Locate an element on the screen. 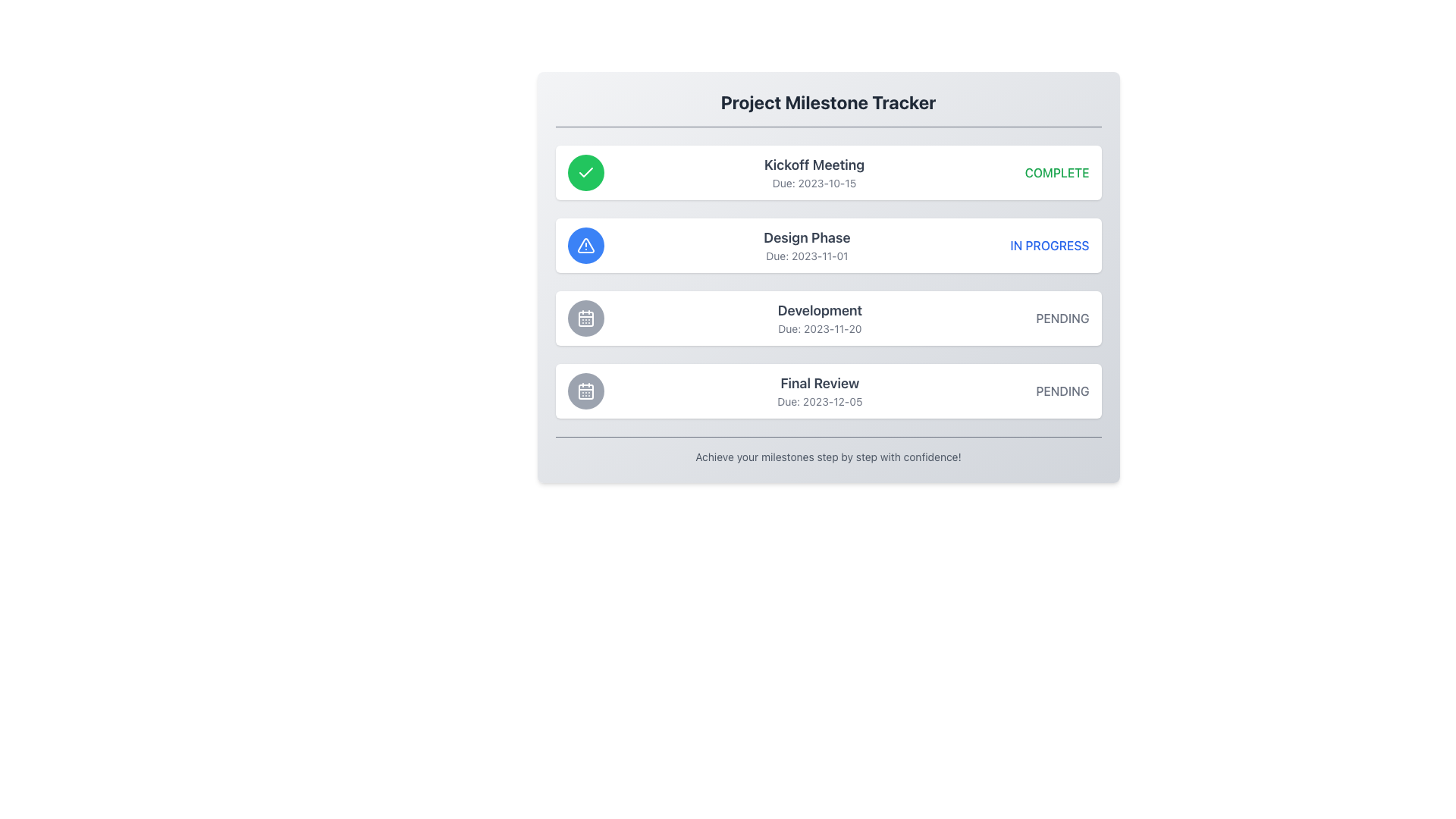 The height and width of the screenshot is (819, 1456). the Text Label that serves as the title for the milestone tracker interface located at the top of the interface is located at coordinates (827, 102).